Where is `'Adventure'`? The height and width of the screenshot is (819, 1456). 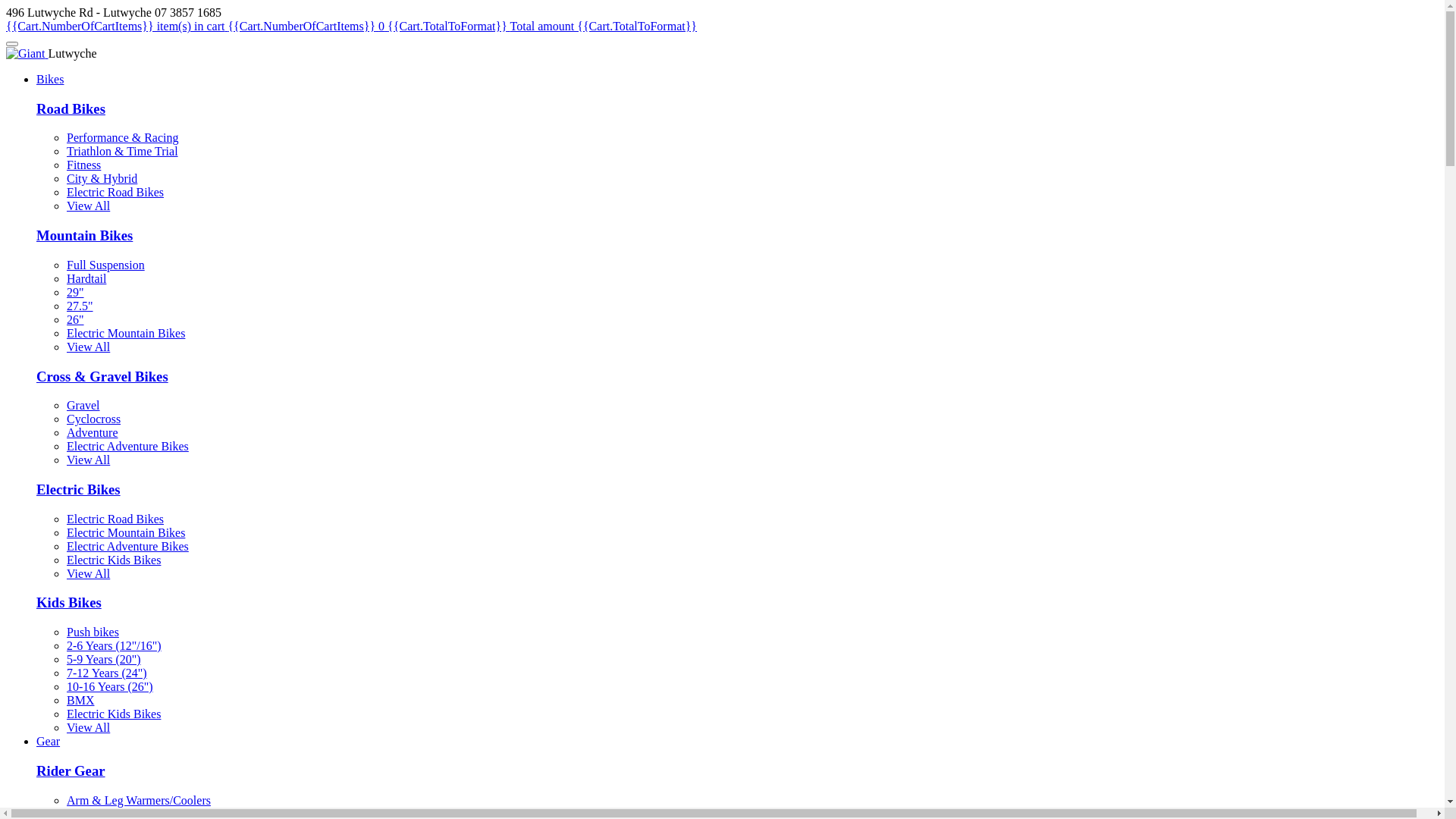 'Adventure' is located at coordinates (65, 432).